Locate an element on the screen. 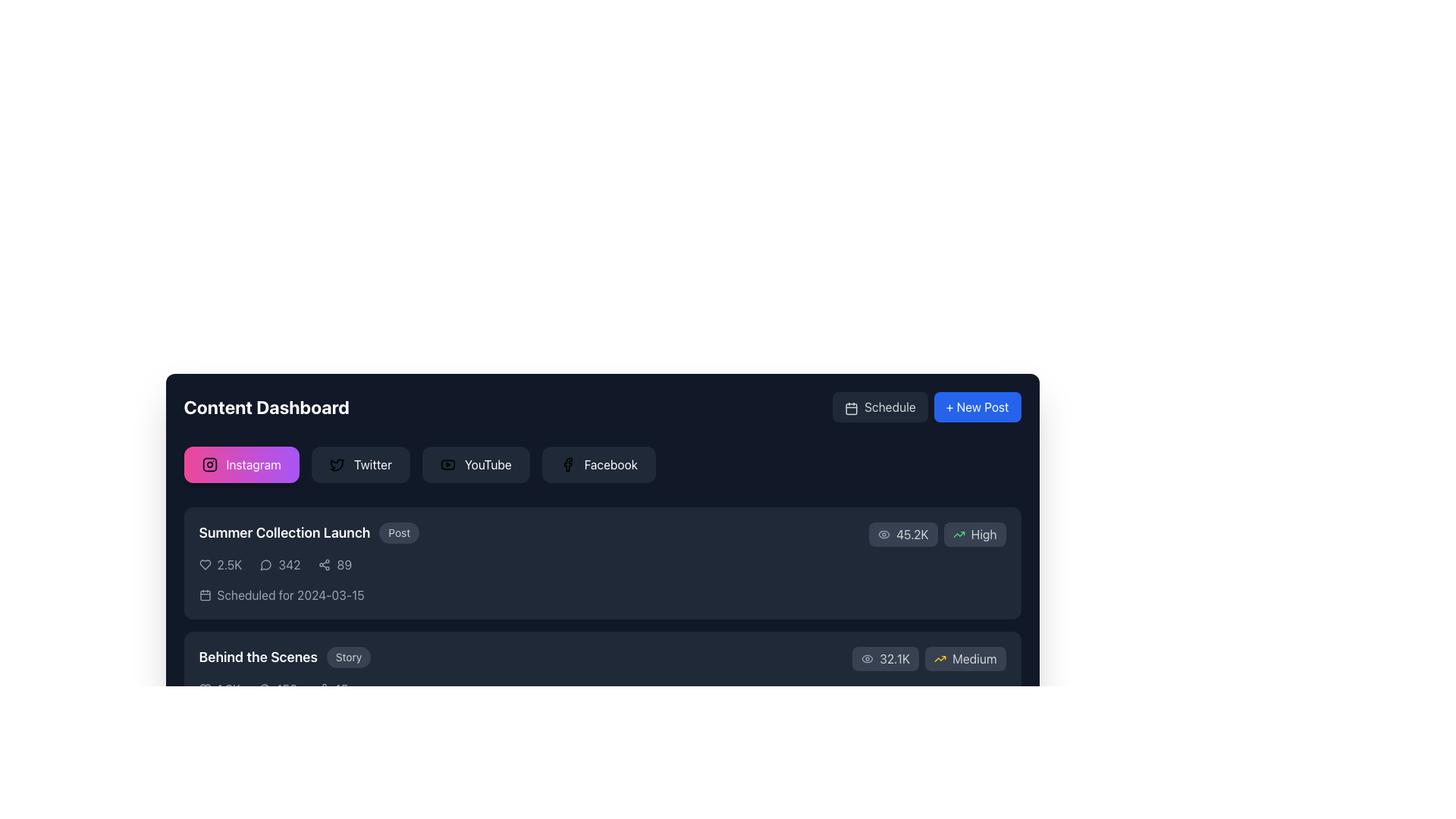  the rectangular button labeled 'YouTube' with a dark gray background and white text is located at coordinates (475, 464).